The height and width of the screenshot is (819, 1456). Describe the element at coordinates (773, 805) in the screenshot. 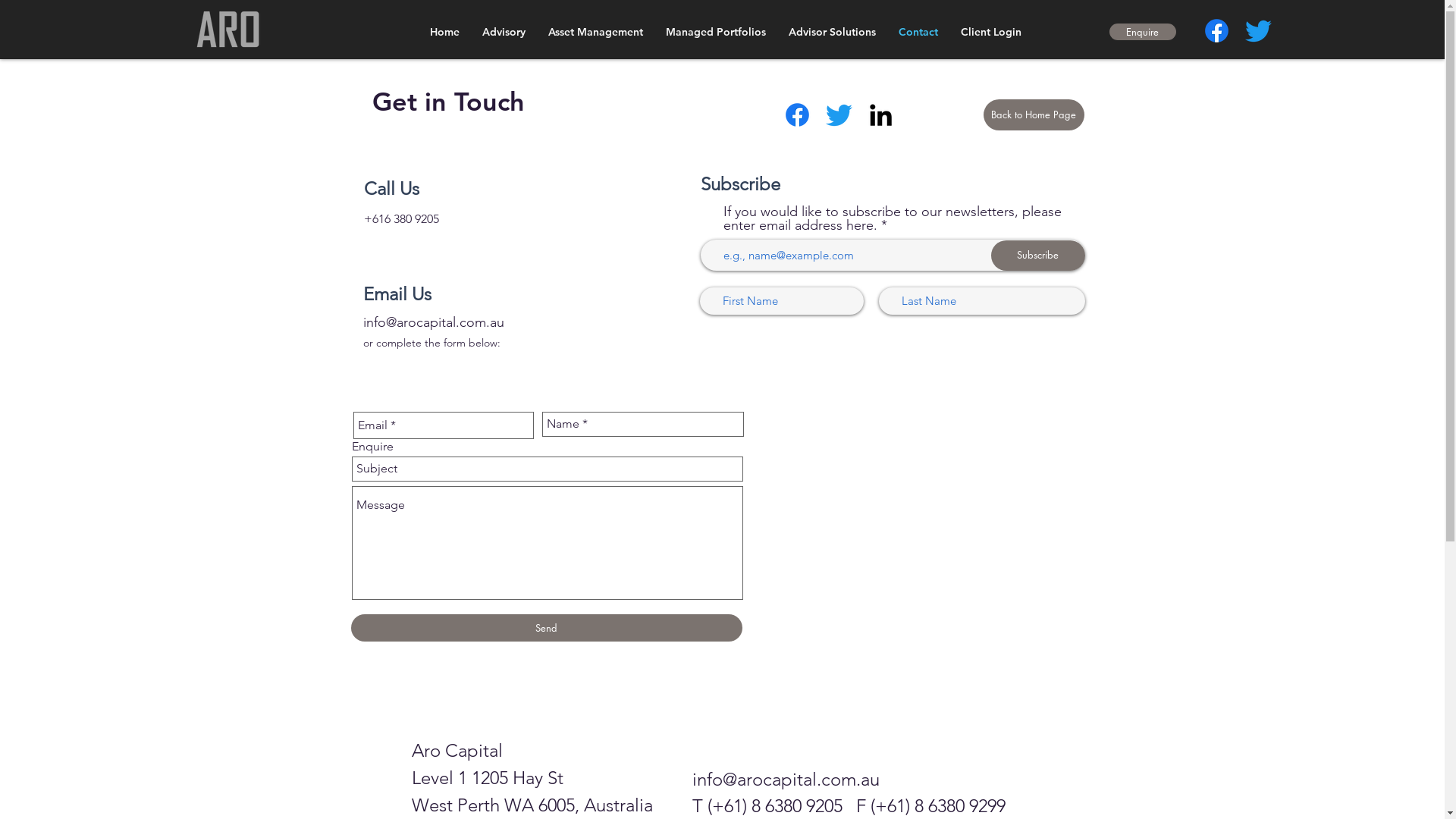

I see `'T (+61) 8 6380 9205   '` at that location.